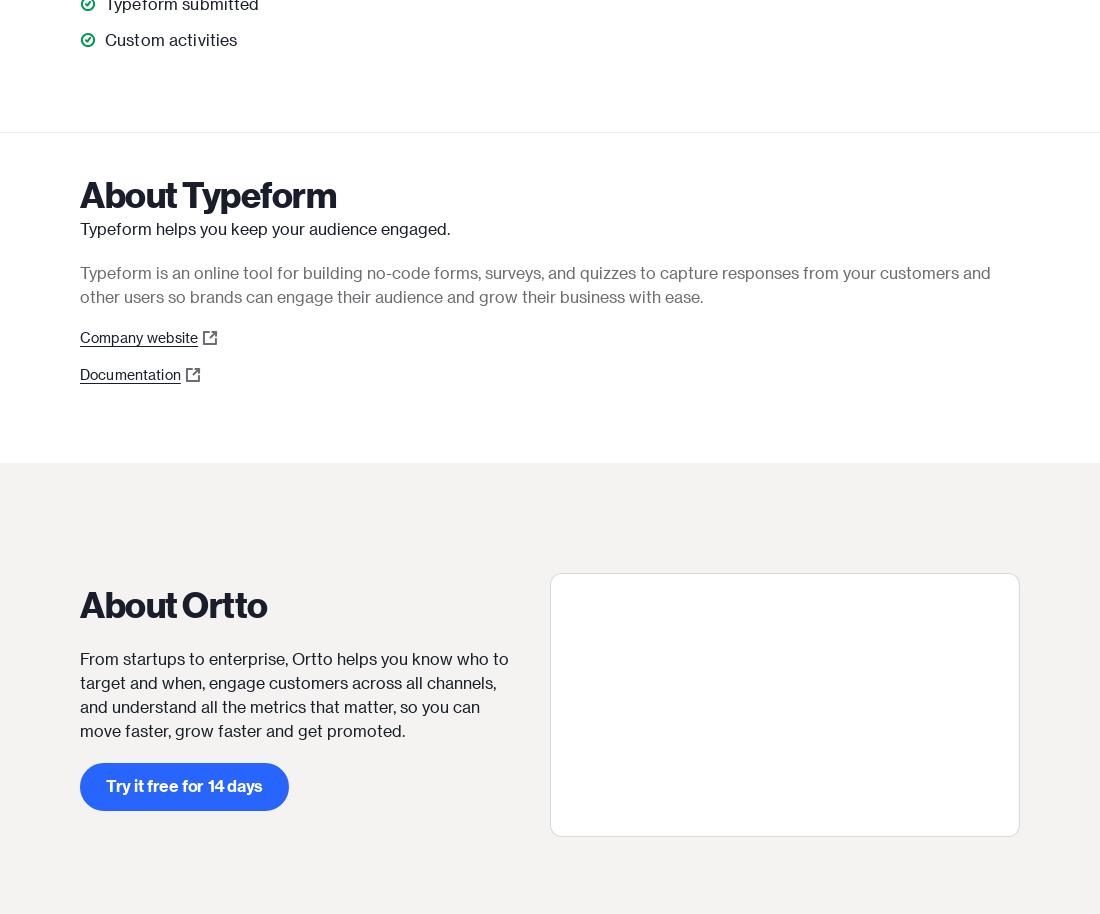 The image size is (1100, 914). Describe the element at coordinates (293, 693) in the screenshot. I see `'From startups to enterprise, Ortto helps you know who to target and when, engage customers across all channels, and understand all the metrics that matter, so you can move faster, grow faster and get promoted.'` at that location.